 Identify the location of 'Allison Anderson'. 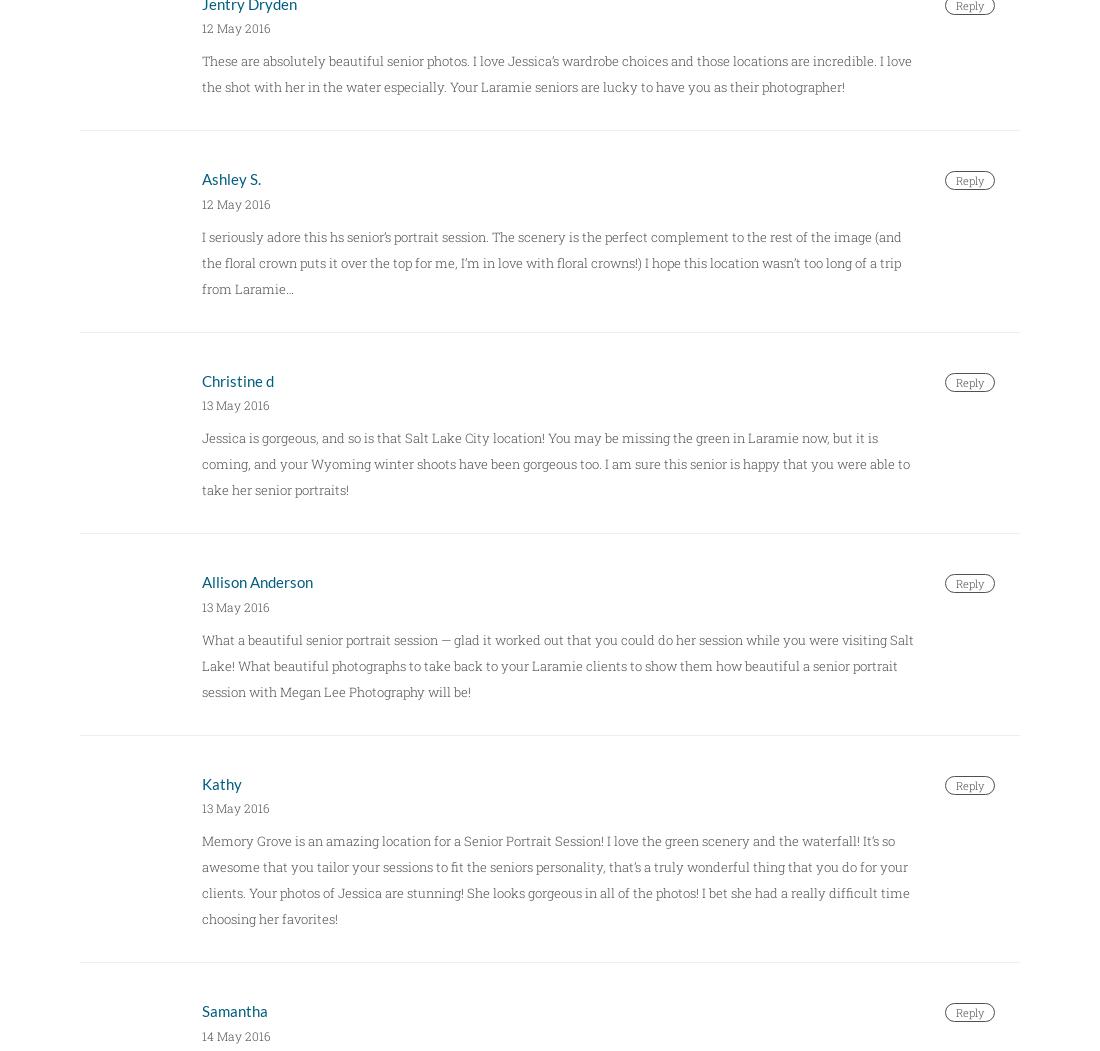
(200, 582).